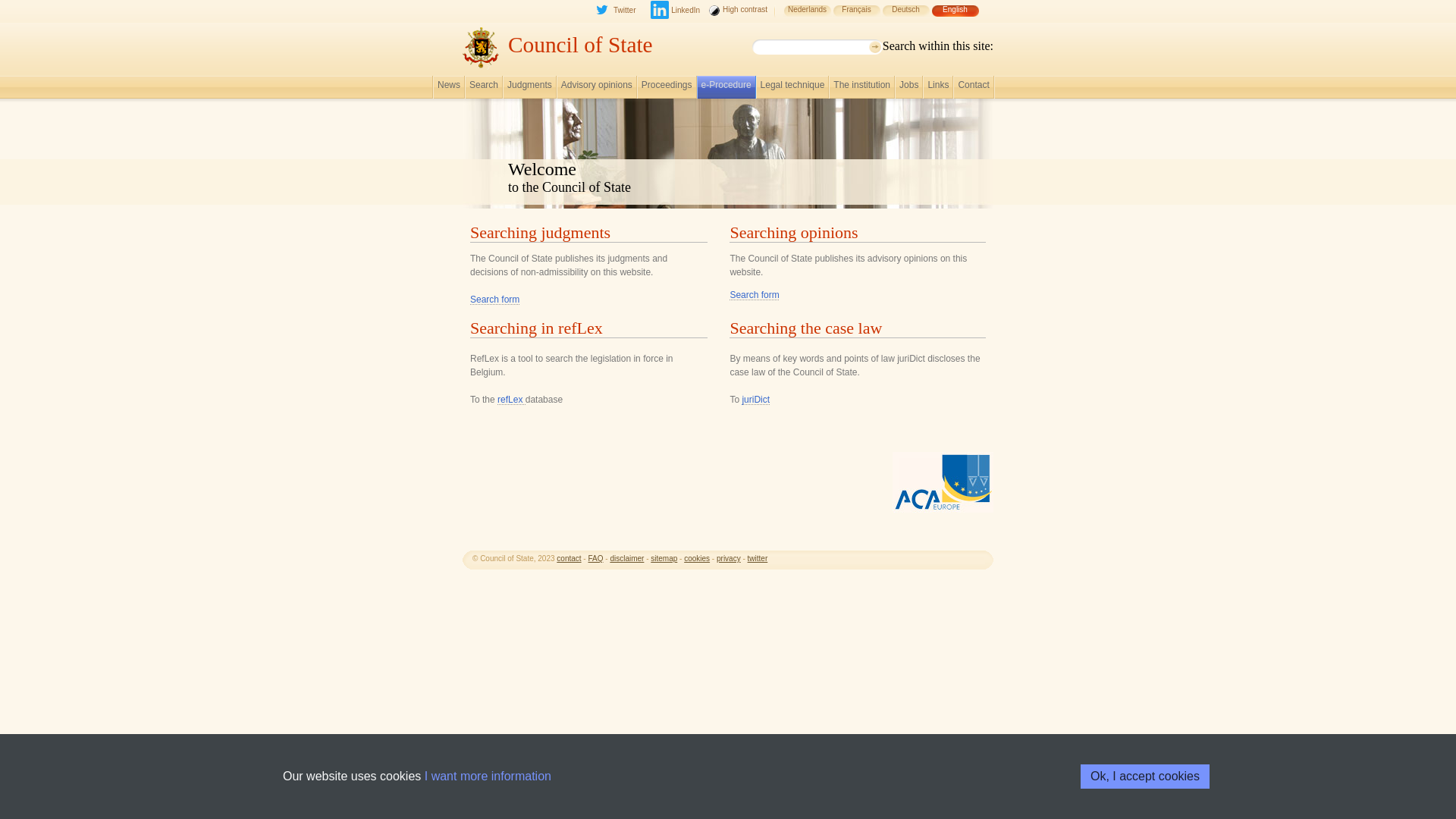  I want to click on 'Nederlands', so click(783, 17).